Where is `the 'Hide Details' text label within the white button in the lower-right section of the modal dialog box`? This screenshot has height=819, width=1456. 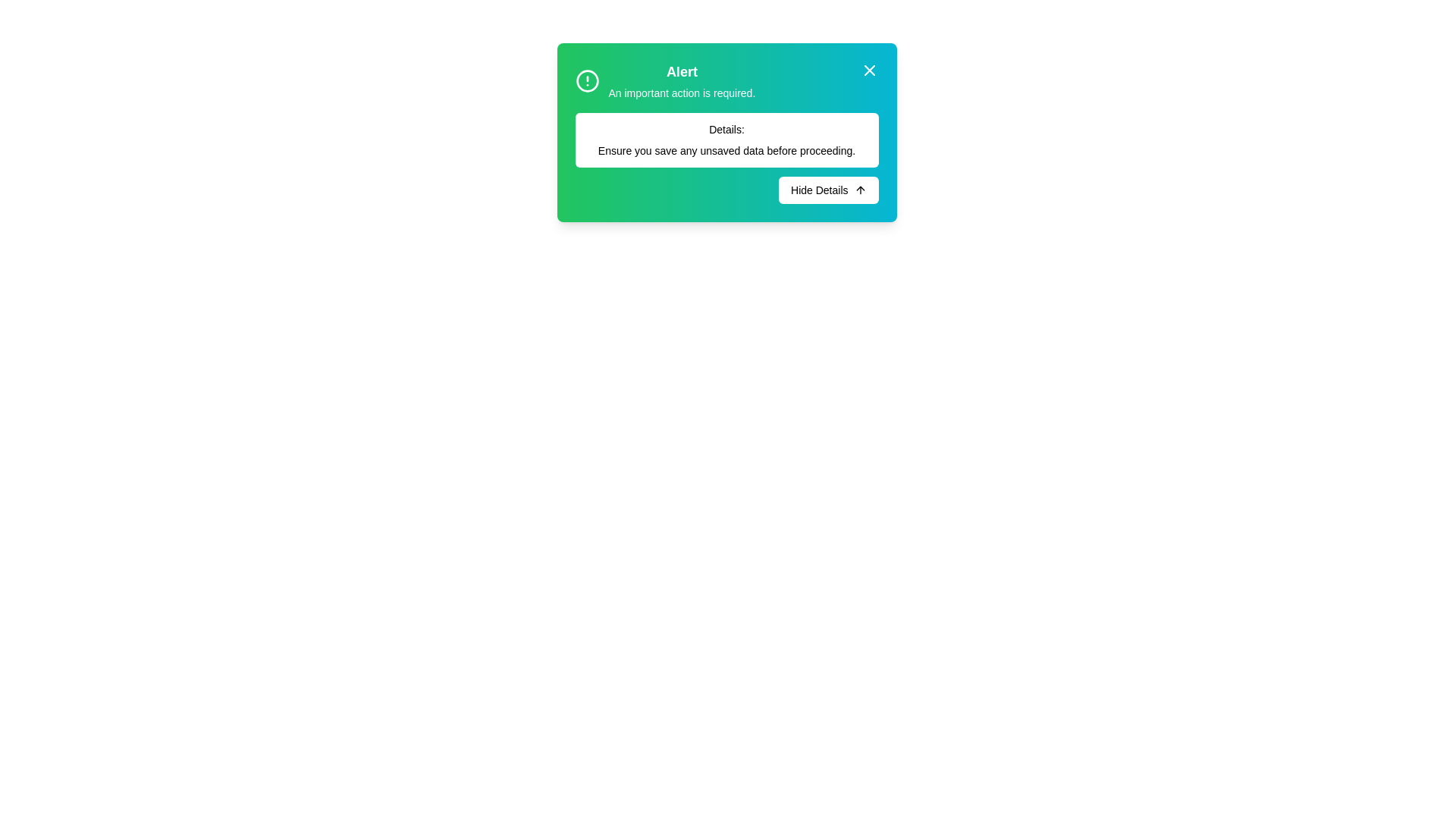
the 'Hide Details' text label within the white button in the lower-right section of the modal dialog box is located at coordinates (818, 189).